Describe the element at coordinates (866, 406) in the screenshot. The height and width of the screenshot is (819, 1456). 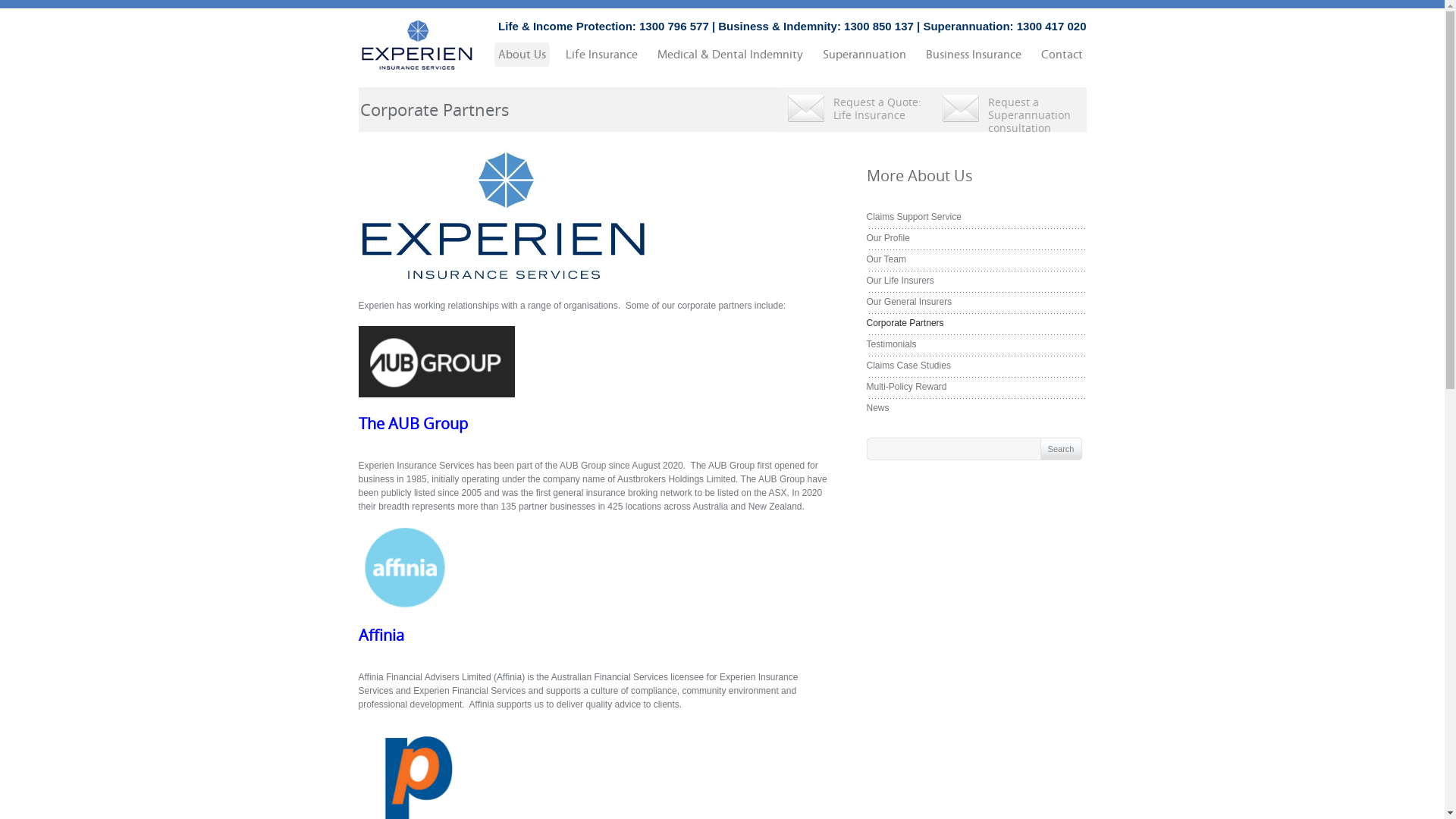
I see `'News'` at that location.